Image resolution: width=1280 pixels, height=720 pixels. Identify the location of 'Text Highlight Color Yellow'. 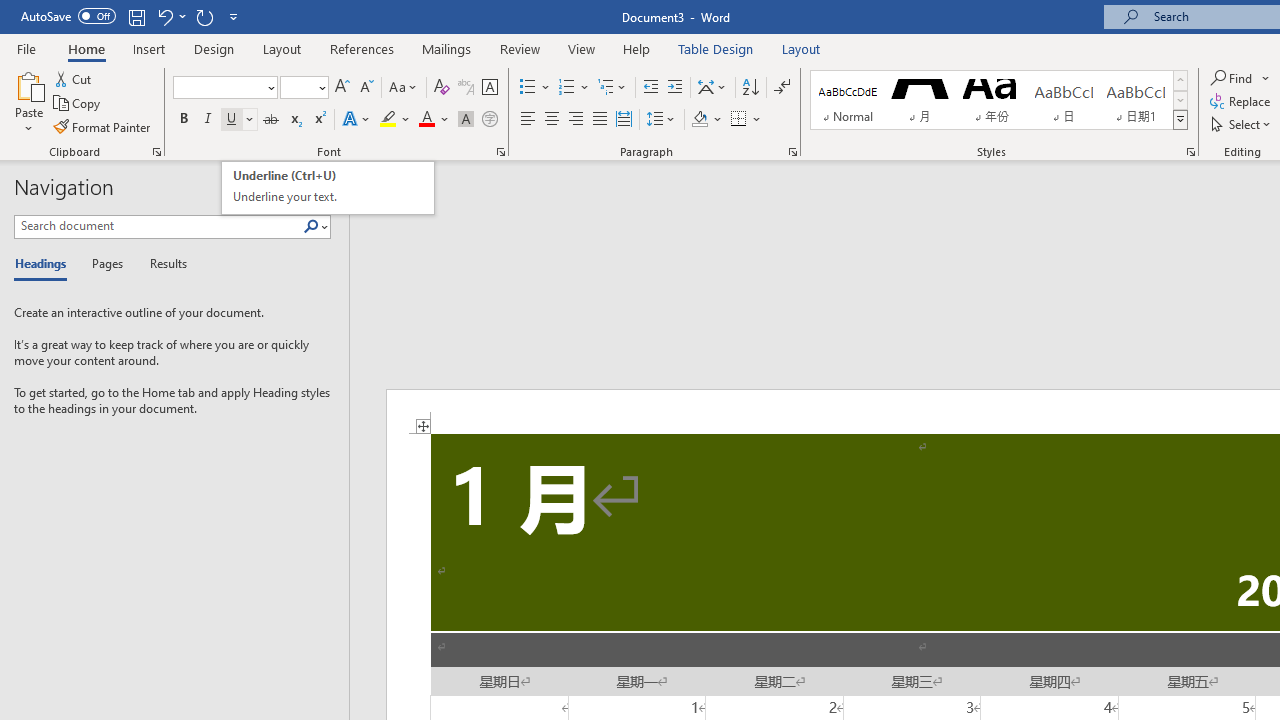
(388, 119).